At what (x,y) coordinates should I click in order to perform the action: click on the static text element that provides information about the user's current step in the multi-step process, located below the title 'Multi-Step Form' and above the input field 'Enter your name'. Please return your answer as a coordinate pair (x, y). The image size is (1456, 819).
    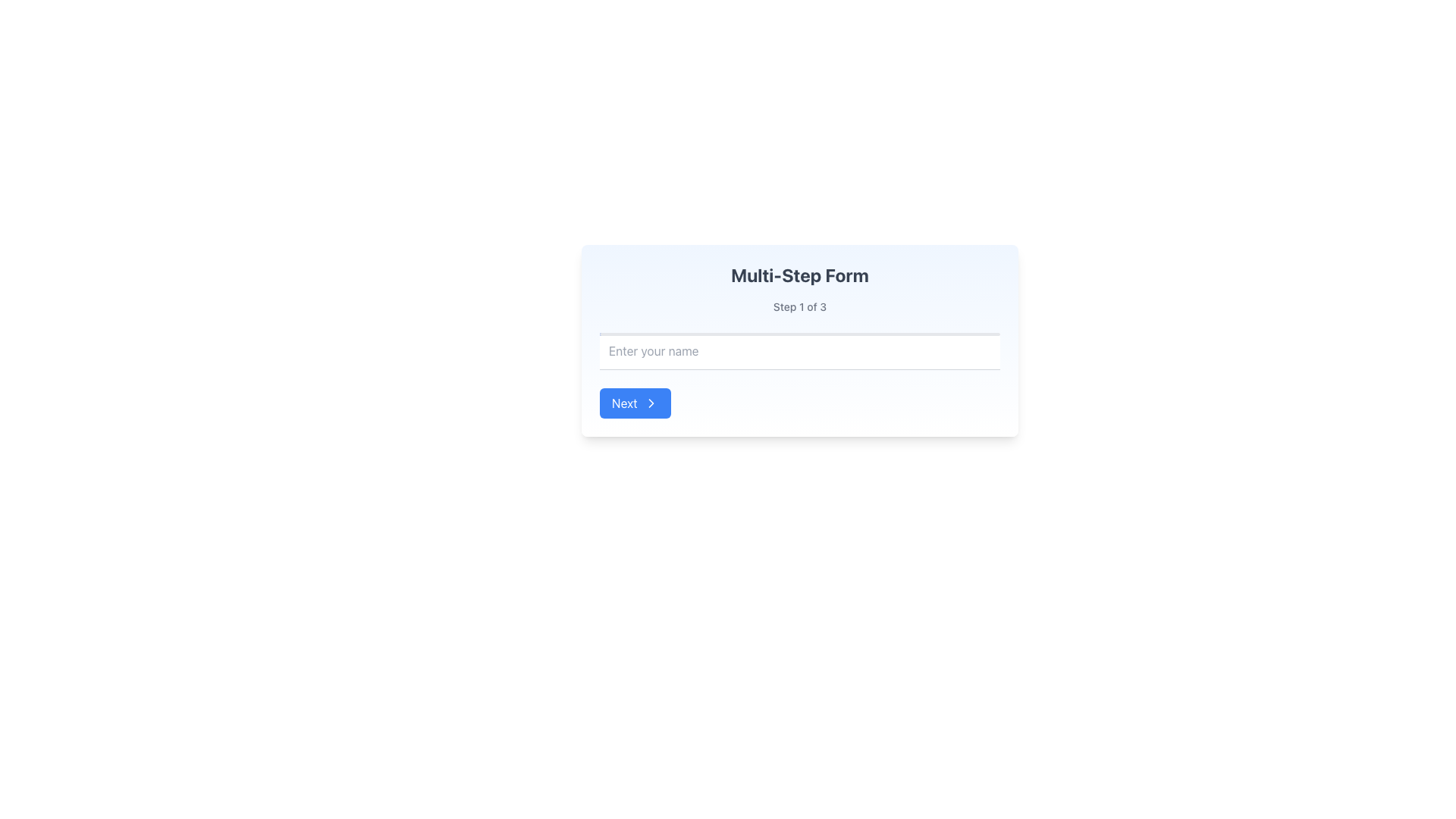
    Looking at the image, I should click on (799, 307).